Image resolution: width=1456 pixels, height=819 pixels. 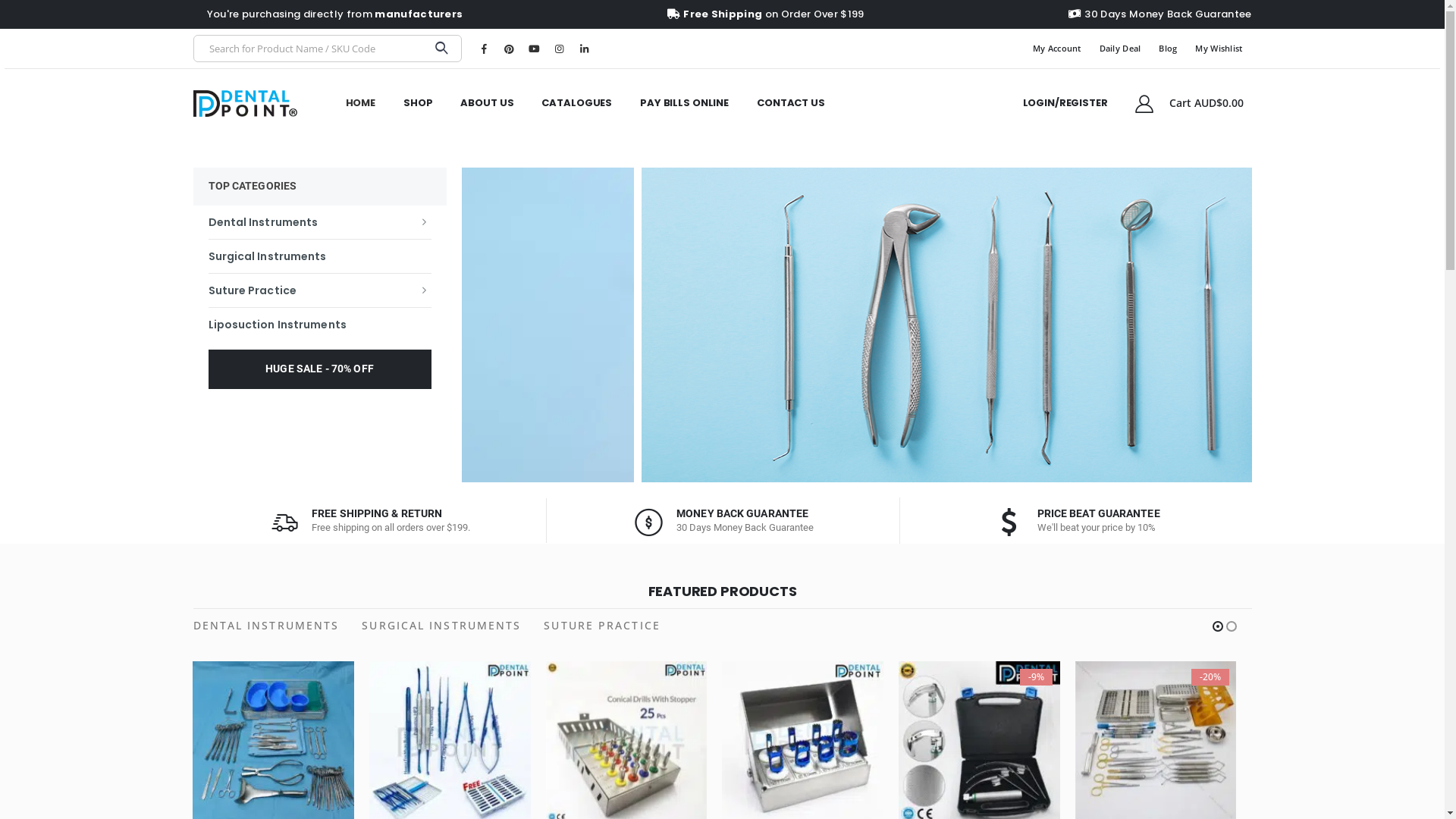 I want to click on 'HOME', so click(x=359, y=102).